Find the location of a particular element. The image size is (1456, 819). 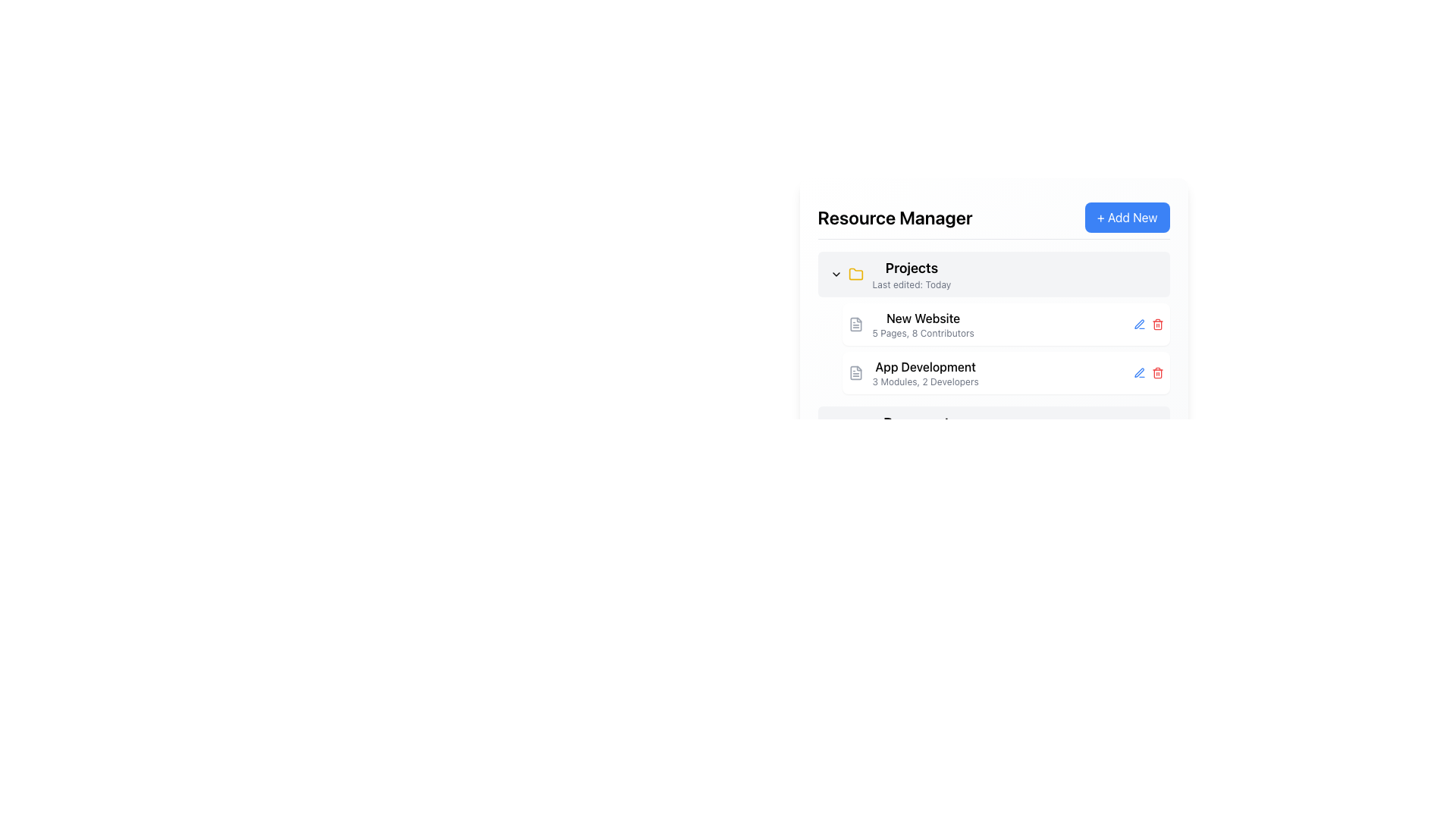

the 'Projects' text element, which is styled in bold and larger than standard text is located at coordinates (911, 268).